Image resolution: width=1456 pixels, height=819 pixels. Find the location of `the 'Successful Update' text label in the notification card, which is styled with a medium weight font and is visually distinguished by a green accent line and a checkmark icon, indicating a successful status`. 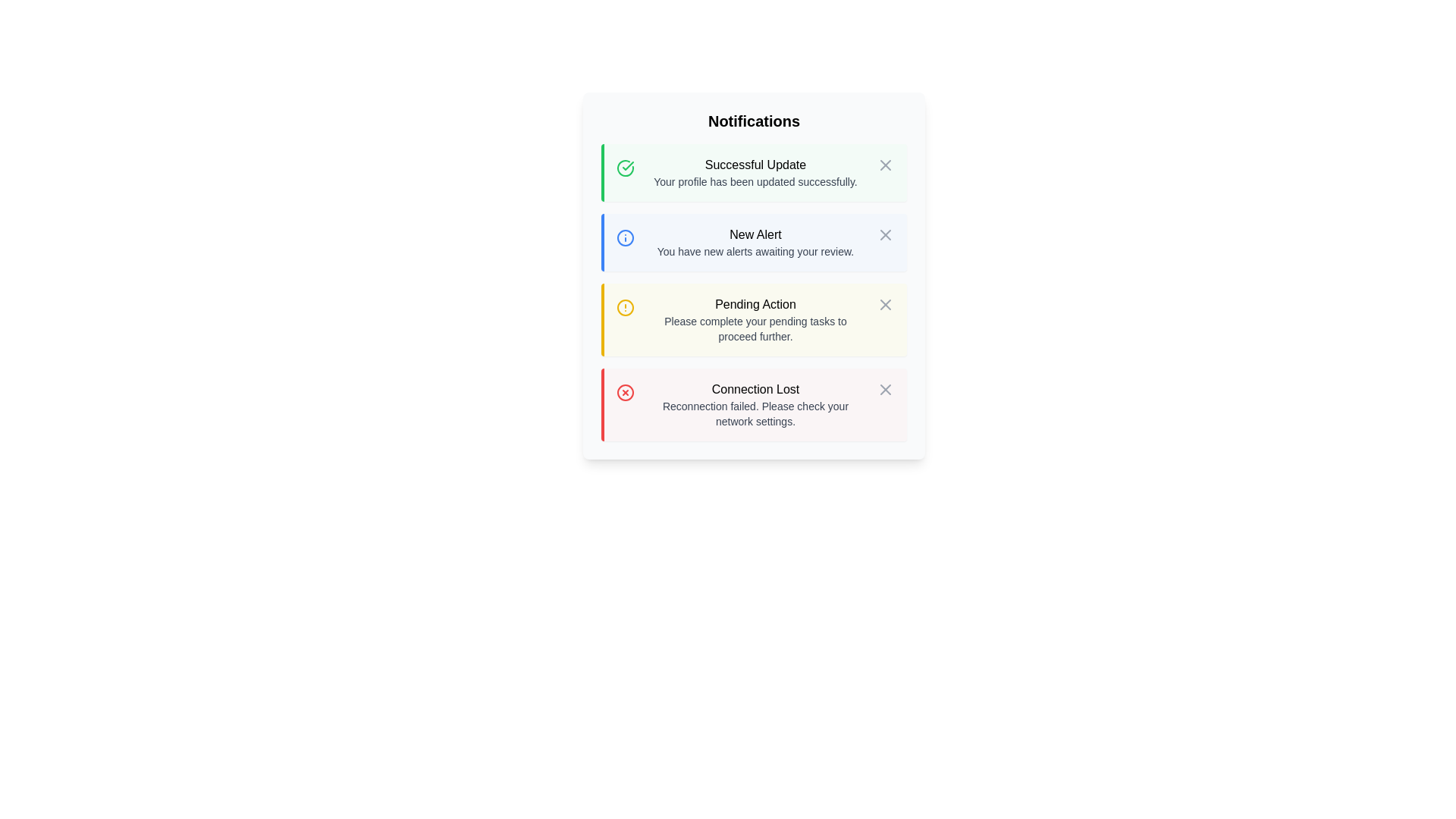

the 'Successful Update' text label in the notification card, which is styled with a medium weight font and is visually distinguished by a green accent line and a checkmark icon, indicating a successful status is located at coordinates (755, 165).